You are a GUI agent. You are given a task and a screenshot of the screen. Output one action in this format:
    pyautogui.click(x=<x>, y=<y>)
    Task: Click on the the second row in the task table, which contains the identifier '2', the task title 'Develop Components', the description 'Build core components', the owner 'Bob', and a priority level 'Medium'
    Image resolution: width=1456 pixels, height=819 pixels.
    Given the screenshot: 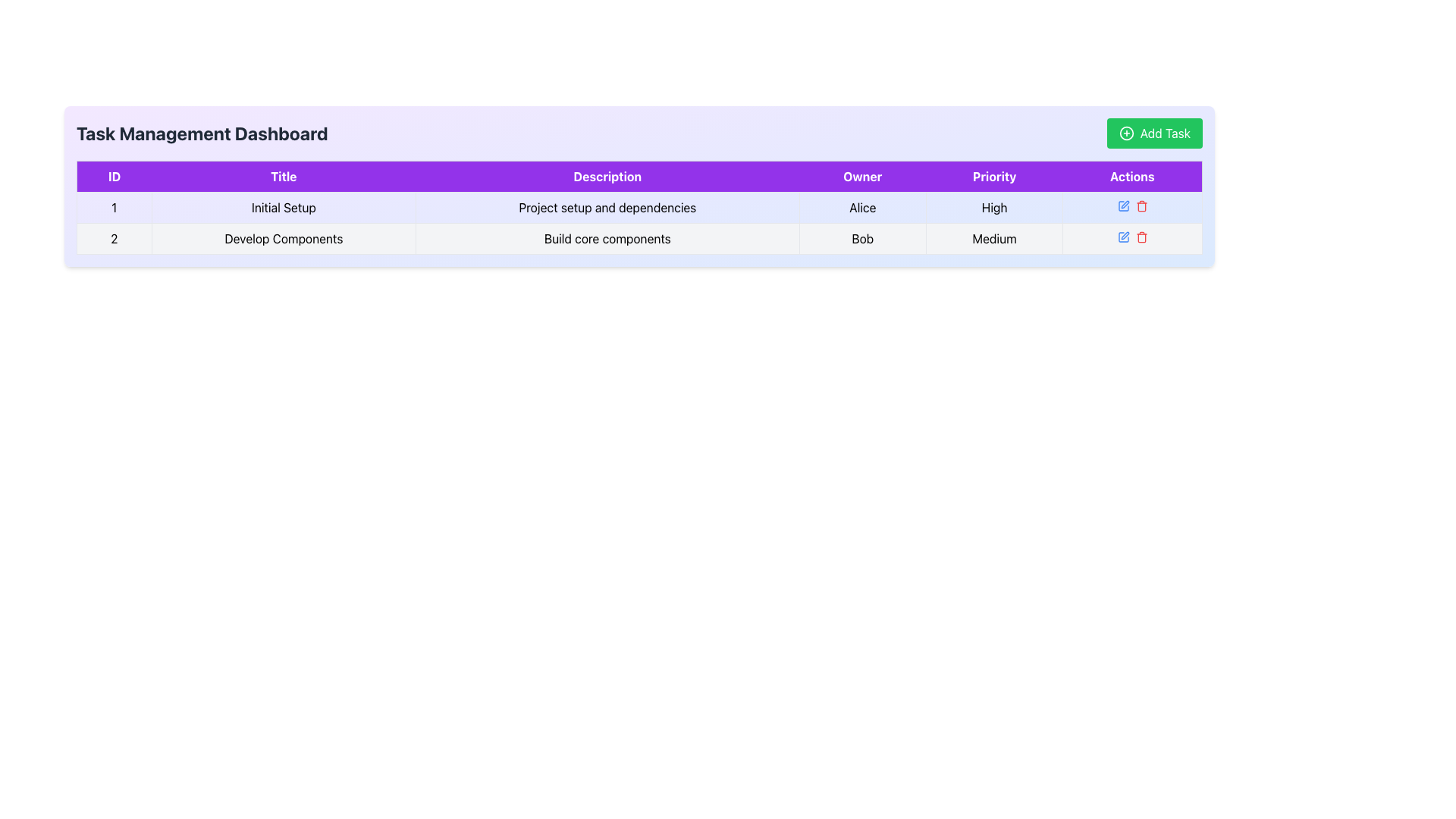 What is the action you would take?
    pyautogui.click(x=639, y=239)
    